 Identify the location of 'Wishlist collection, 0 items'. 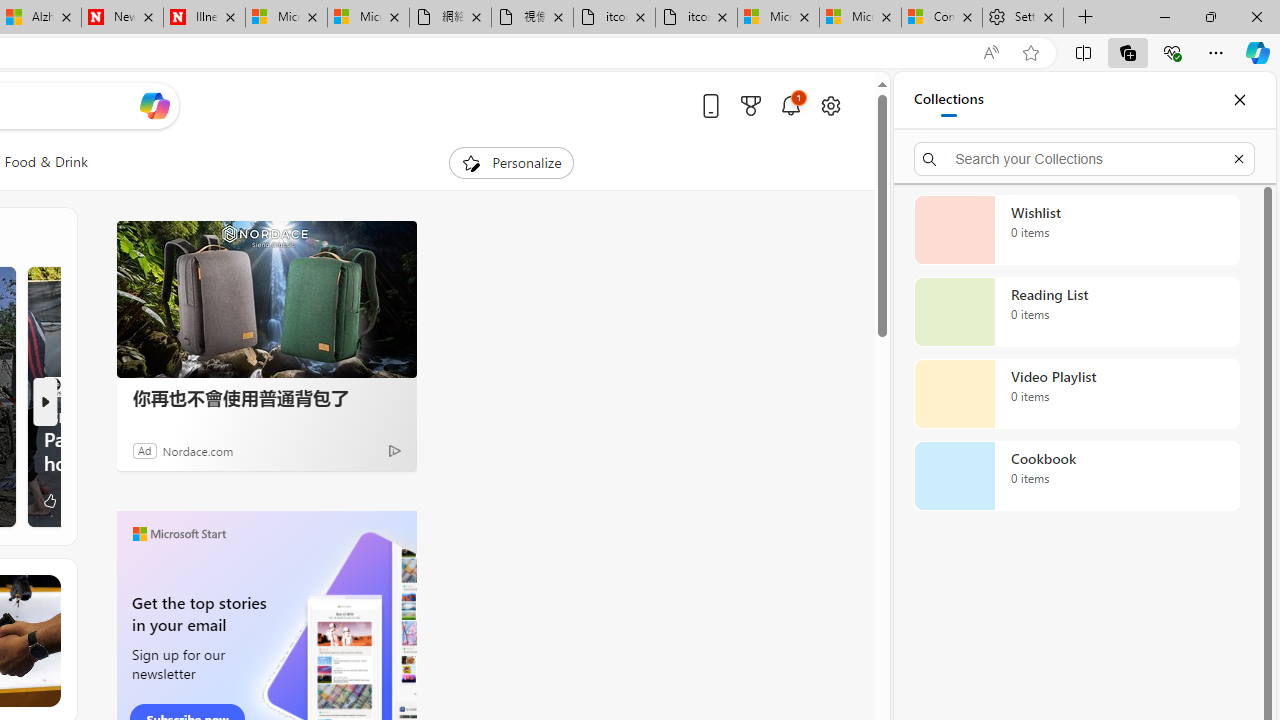
(1076, 229).